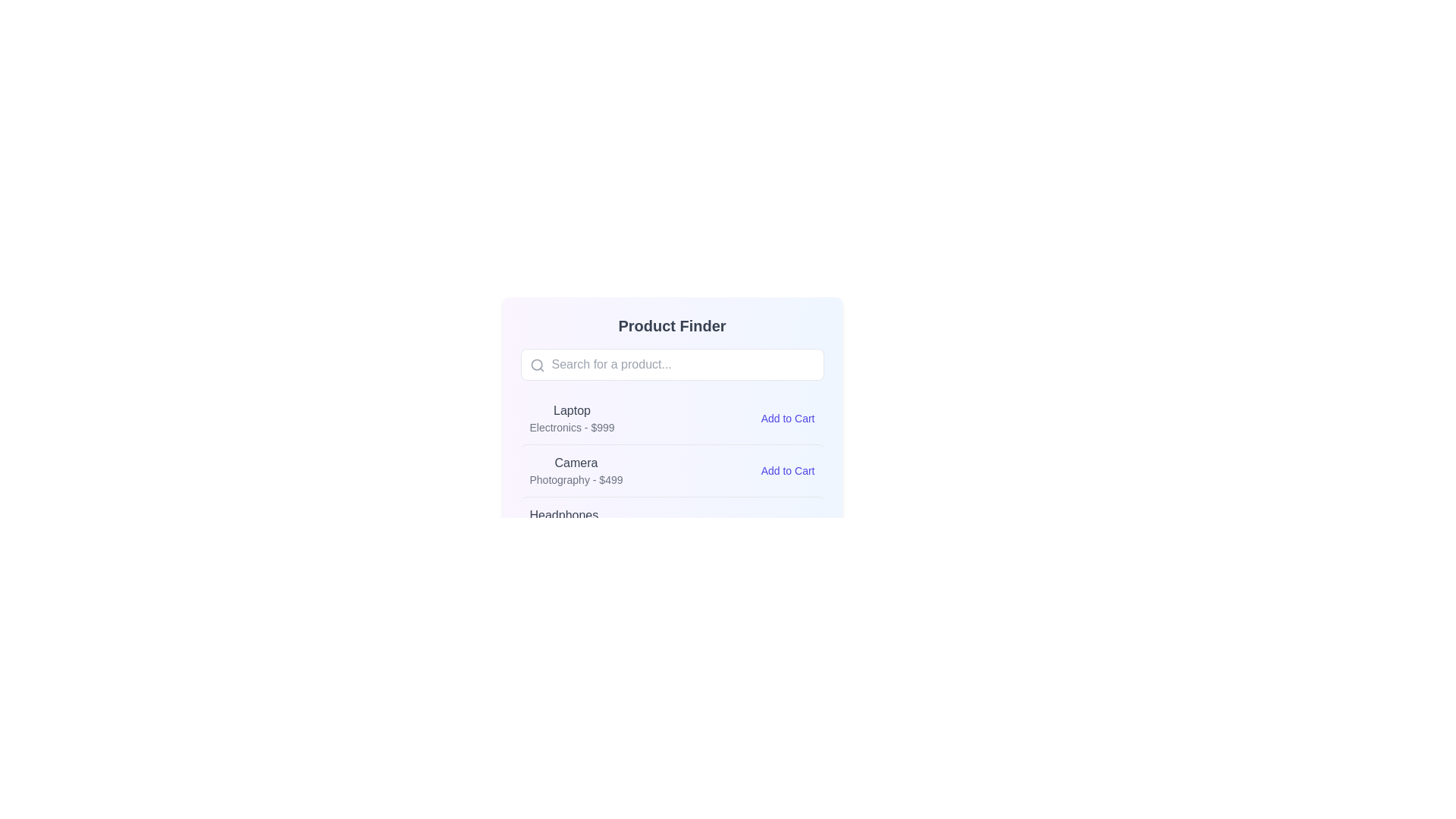 Image resolution: width=1456 pixels, height=819 pixels. Describe the element at coordinates (563, 514) in the screenshot. I see `the text label that reads 'Headphones', styled in medium font weight and gray color, located in the 'Product Finder' section beneath other items` at that location.